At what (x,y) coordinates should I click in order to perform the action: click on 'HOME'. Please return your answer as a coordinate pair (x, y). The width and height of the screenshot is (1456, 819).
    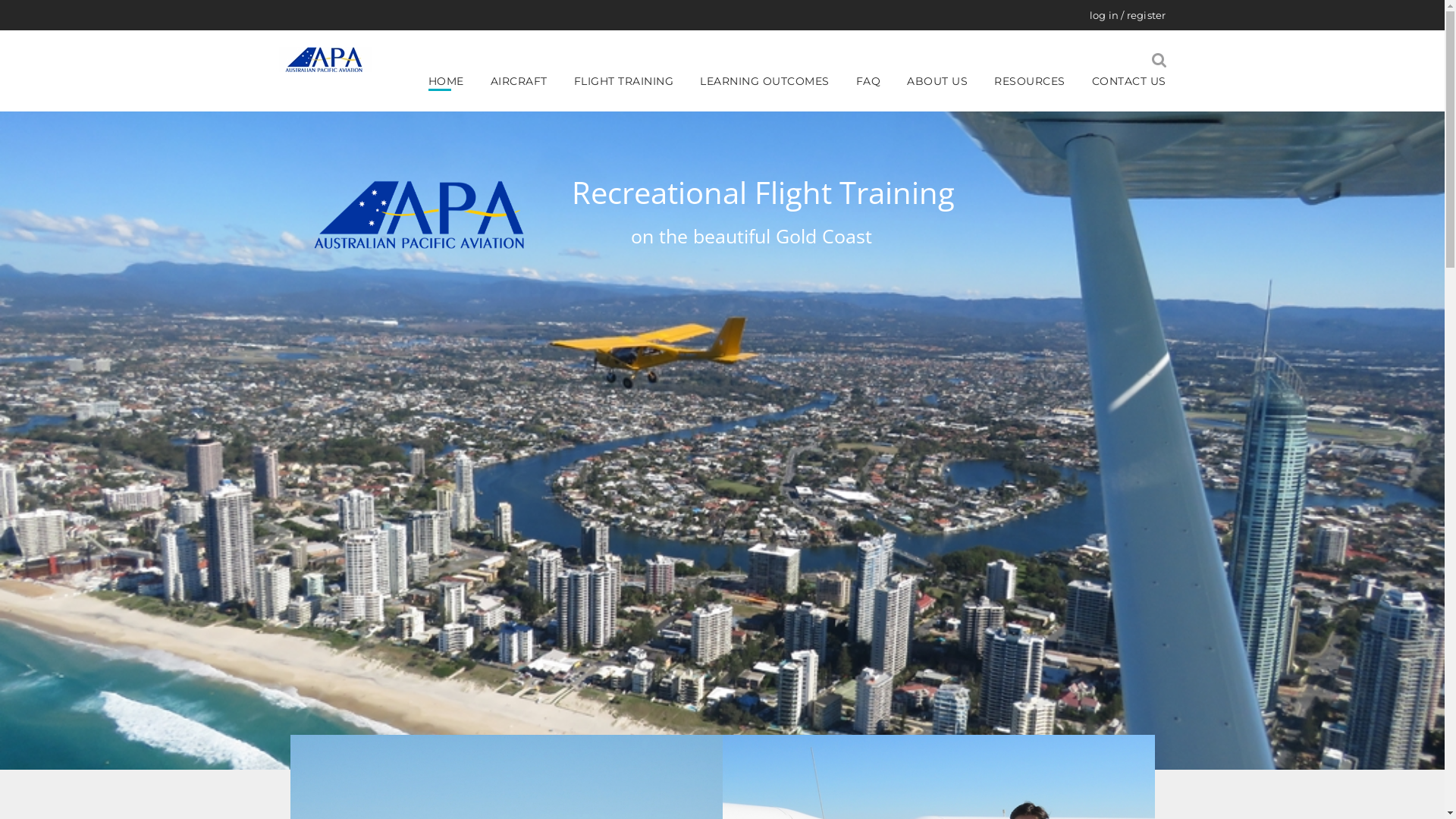
    Looking at the image, I should click on (454, 81).